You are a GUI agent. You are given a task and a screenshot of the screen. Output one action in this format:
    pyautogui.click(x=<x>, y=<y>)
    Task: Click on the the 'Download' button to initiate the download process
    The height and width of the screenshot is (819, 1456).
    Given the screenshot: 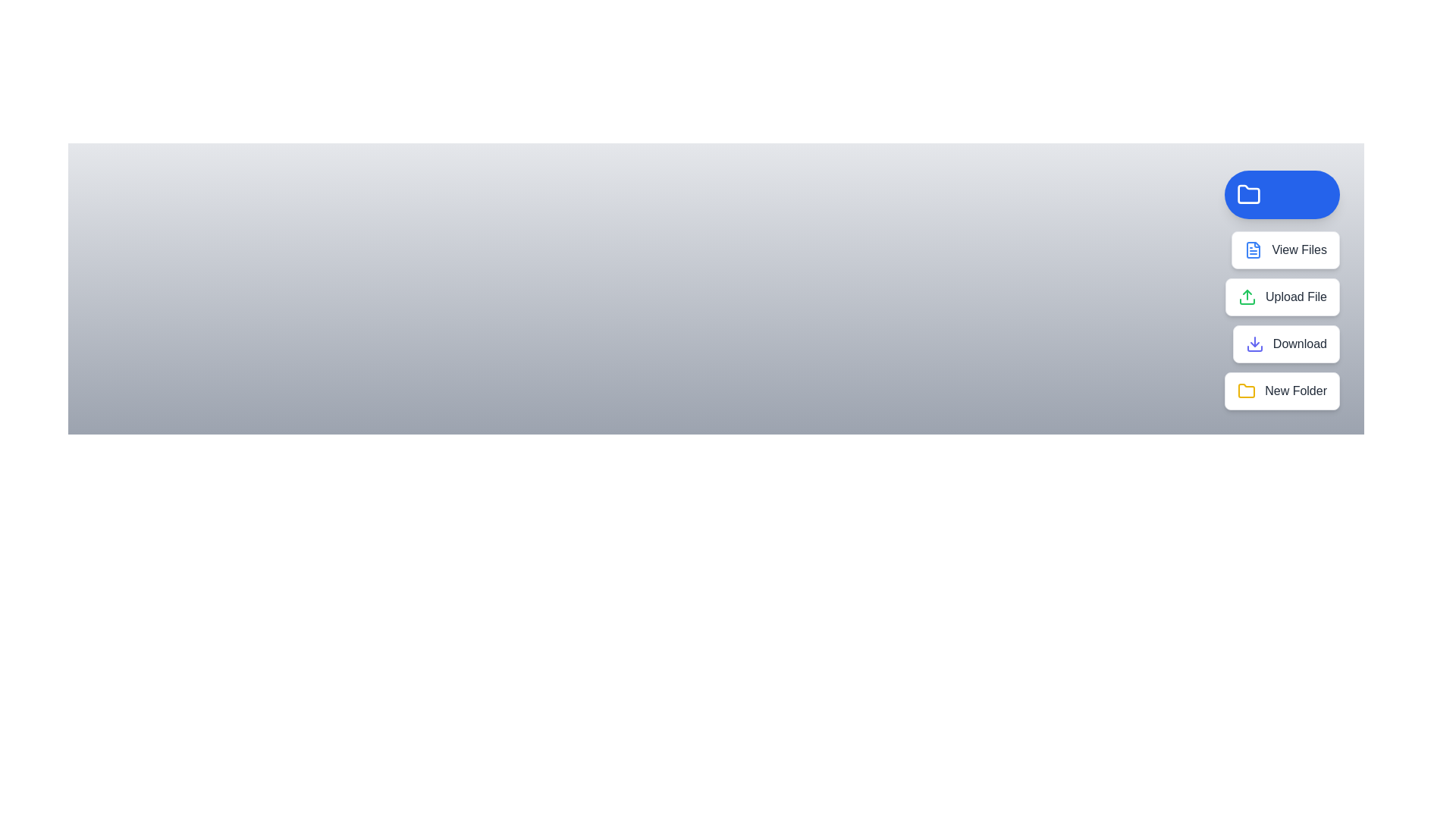 What is the action you would take?
    pyautogui.click(x=1285, y=344)
    